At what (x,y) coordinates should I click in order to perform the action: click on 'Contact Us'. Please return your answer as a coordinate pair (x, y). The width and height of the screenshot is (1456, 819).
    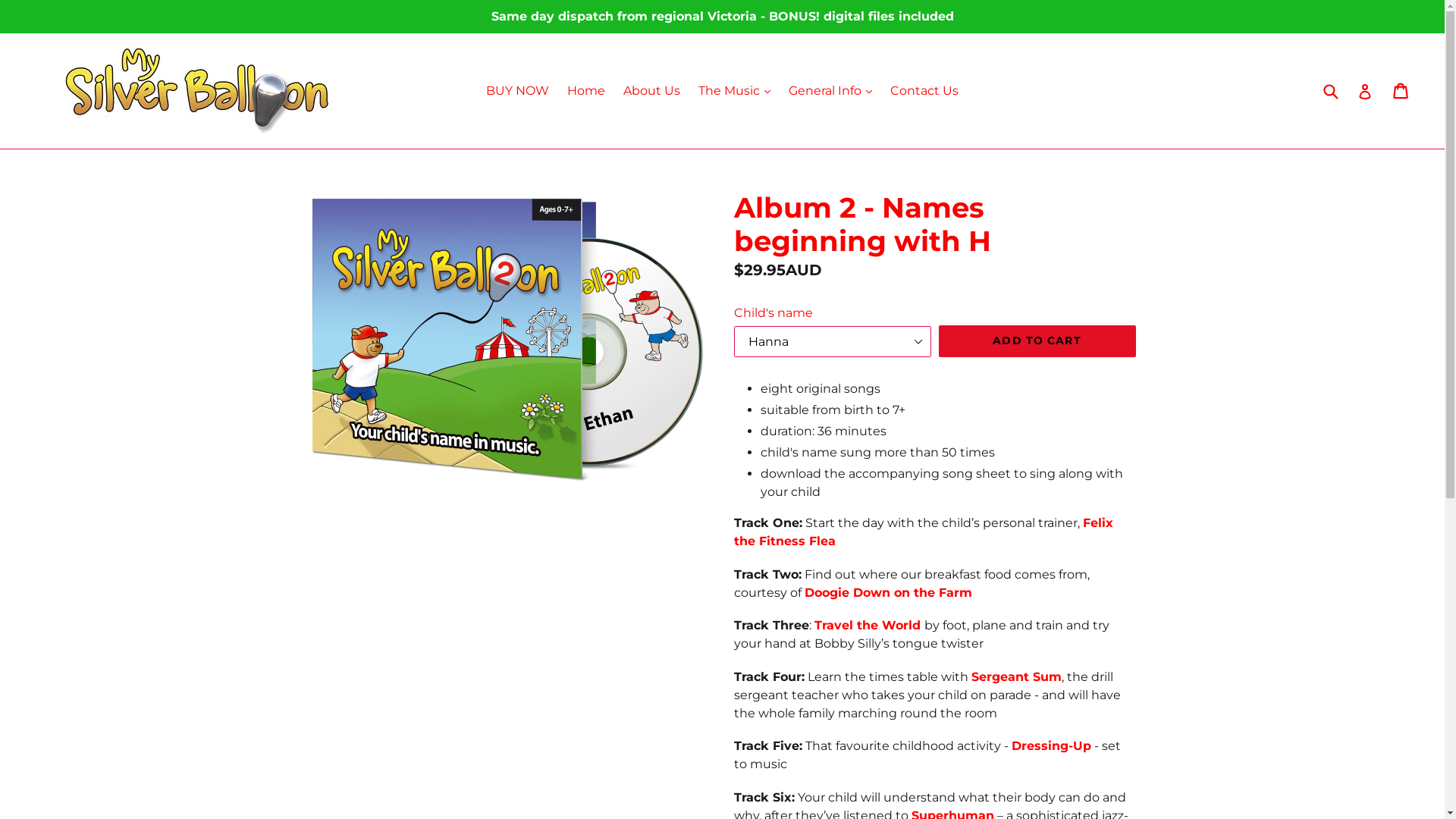
    Looking at the image, I should click on (924, 90).